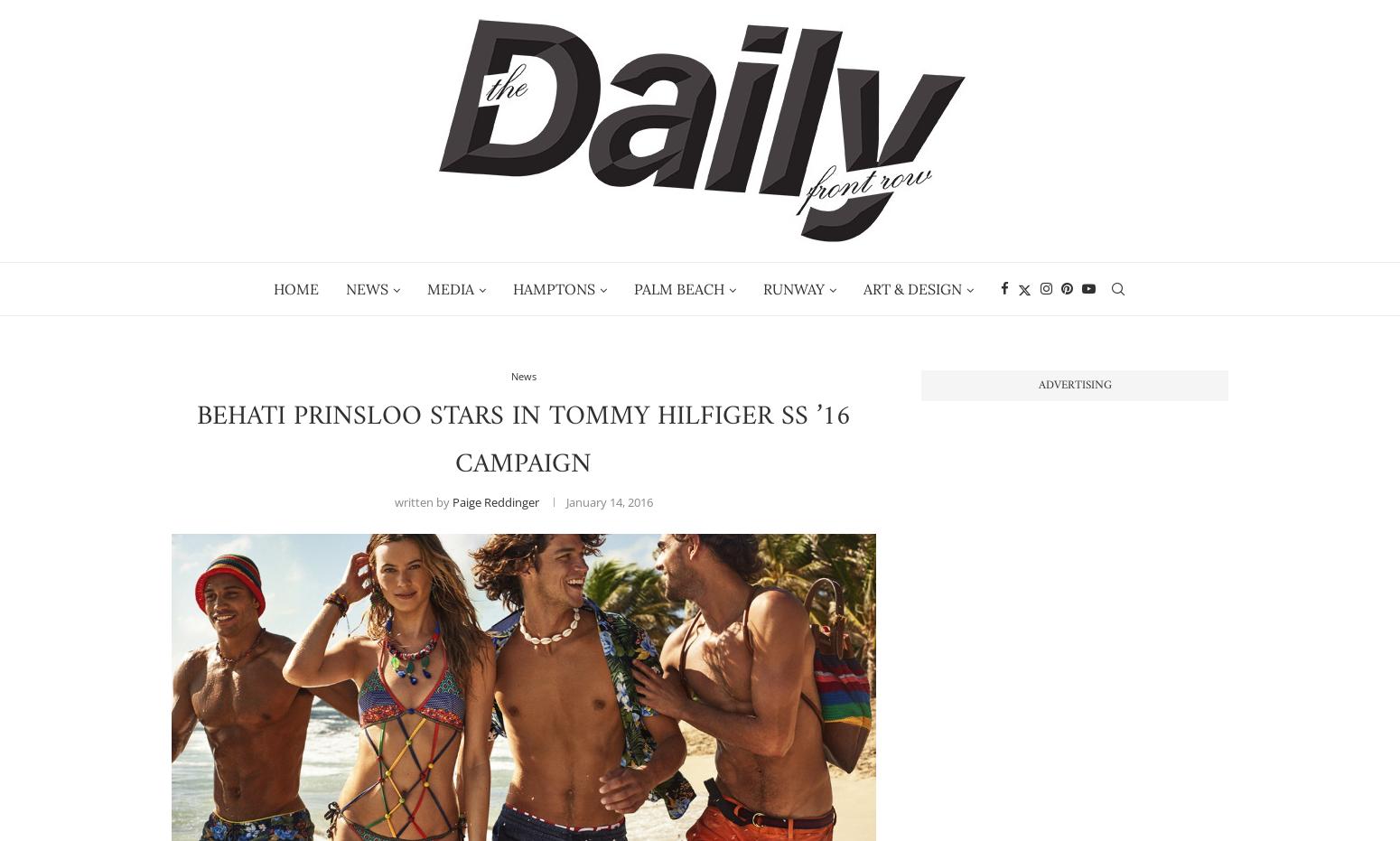 This screenshot has width=1400, height=841. I want to click on 'Advertising', so click(1074, 384).